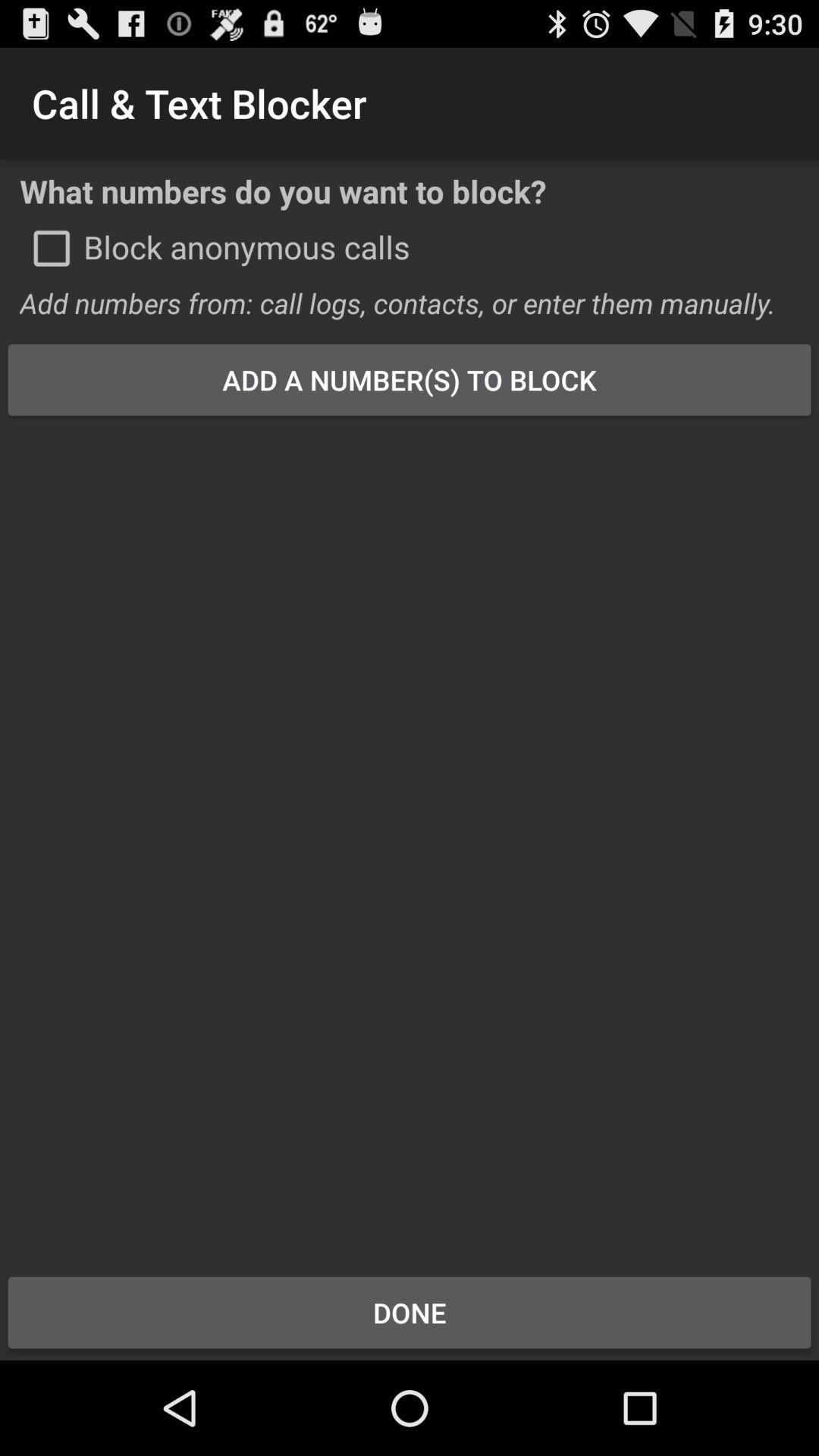 Image resolution: width=819 pixels, height=1456 pixels. I want to click on the icon above the done icon, so click(409, 835).